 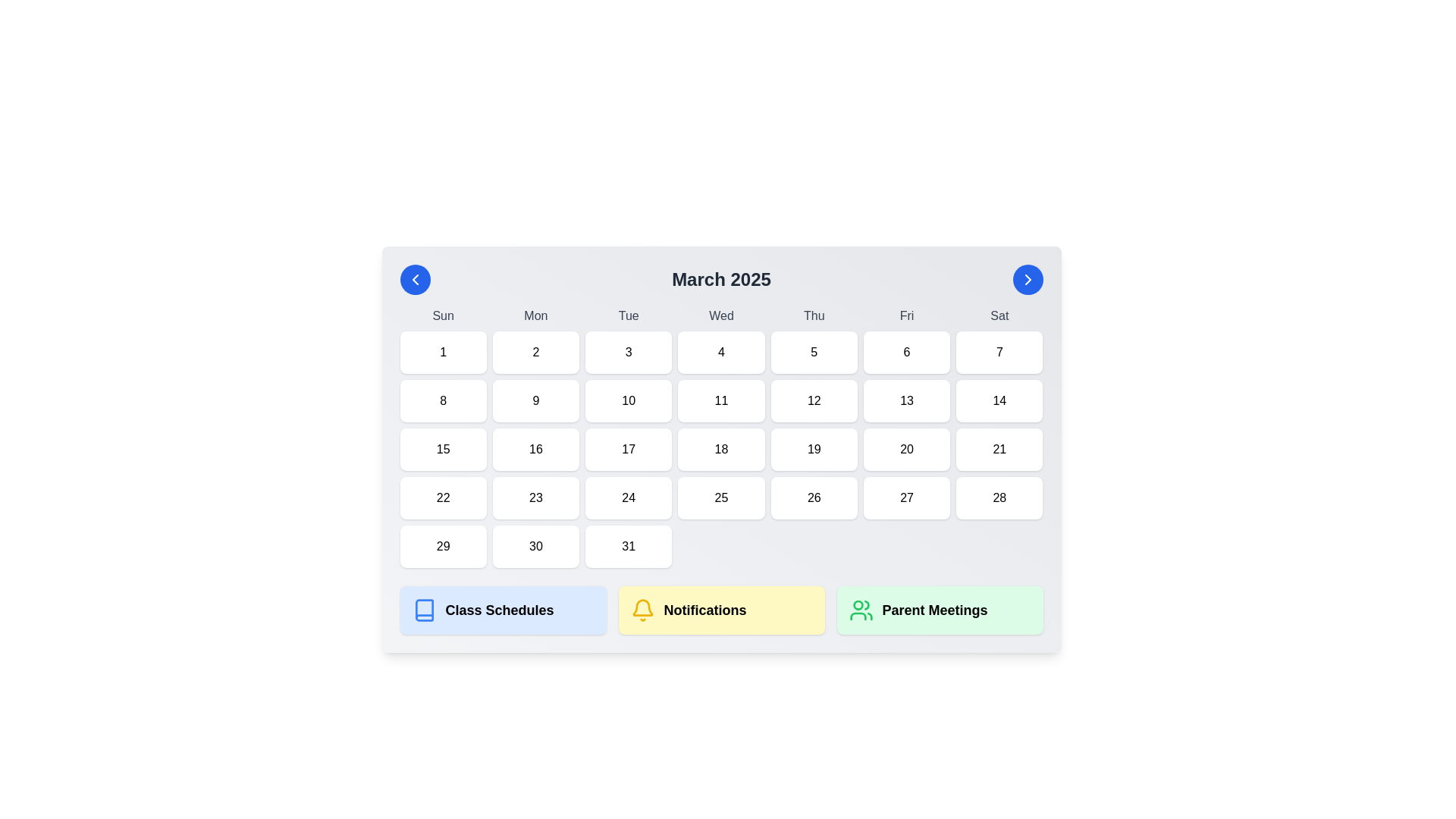 I want to click on 'Class Schedules' icon located on the left side of the bottom row within the blue box labeled 'Class Schedules.', so click(x=424, y=610).